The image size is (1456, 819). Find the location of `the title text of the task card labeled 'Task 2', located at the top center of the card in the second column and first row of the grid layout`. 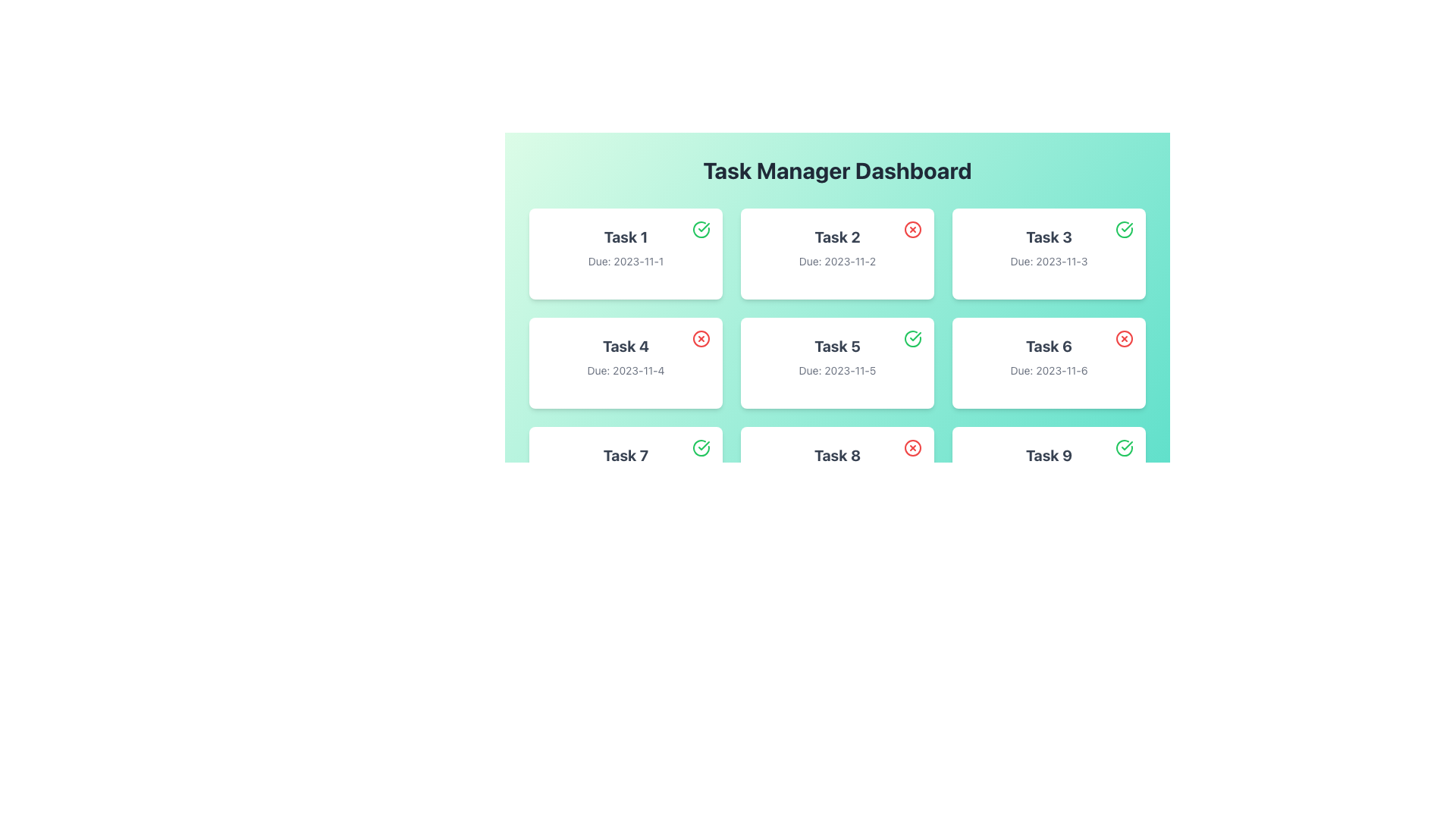

the title text of the task card labeled 'Task 2', located at the top center of the card in the second column and first row of the grid layout is located at coordinates (836, 237).